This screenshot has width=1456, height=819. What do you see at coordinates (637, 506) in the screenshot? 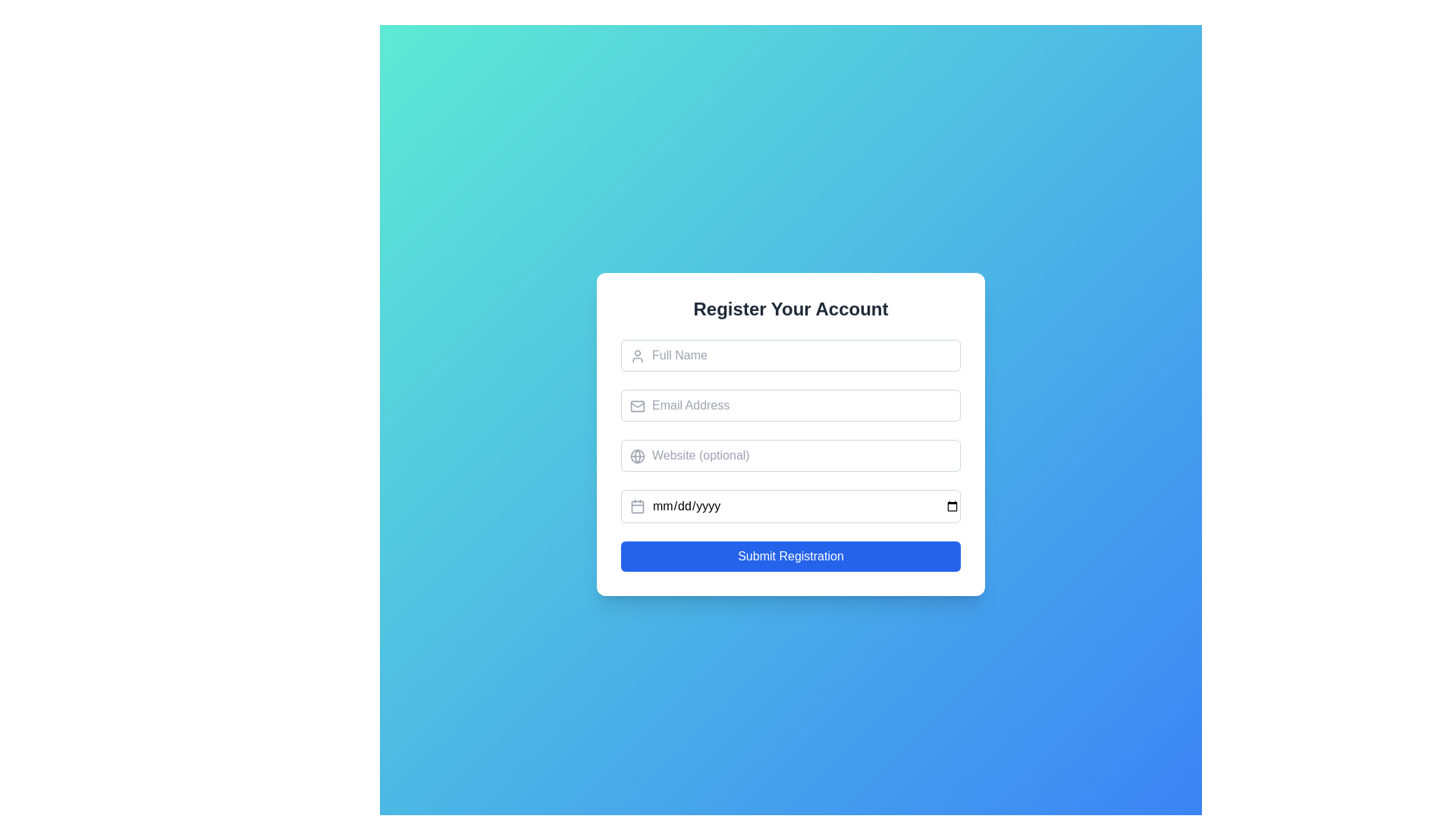
I see `the SVG rectangle component of the calendar icon that is located next to the date input field in the registration form` at bounding box center [637, 506].